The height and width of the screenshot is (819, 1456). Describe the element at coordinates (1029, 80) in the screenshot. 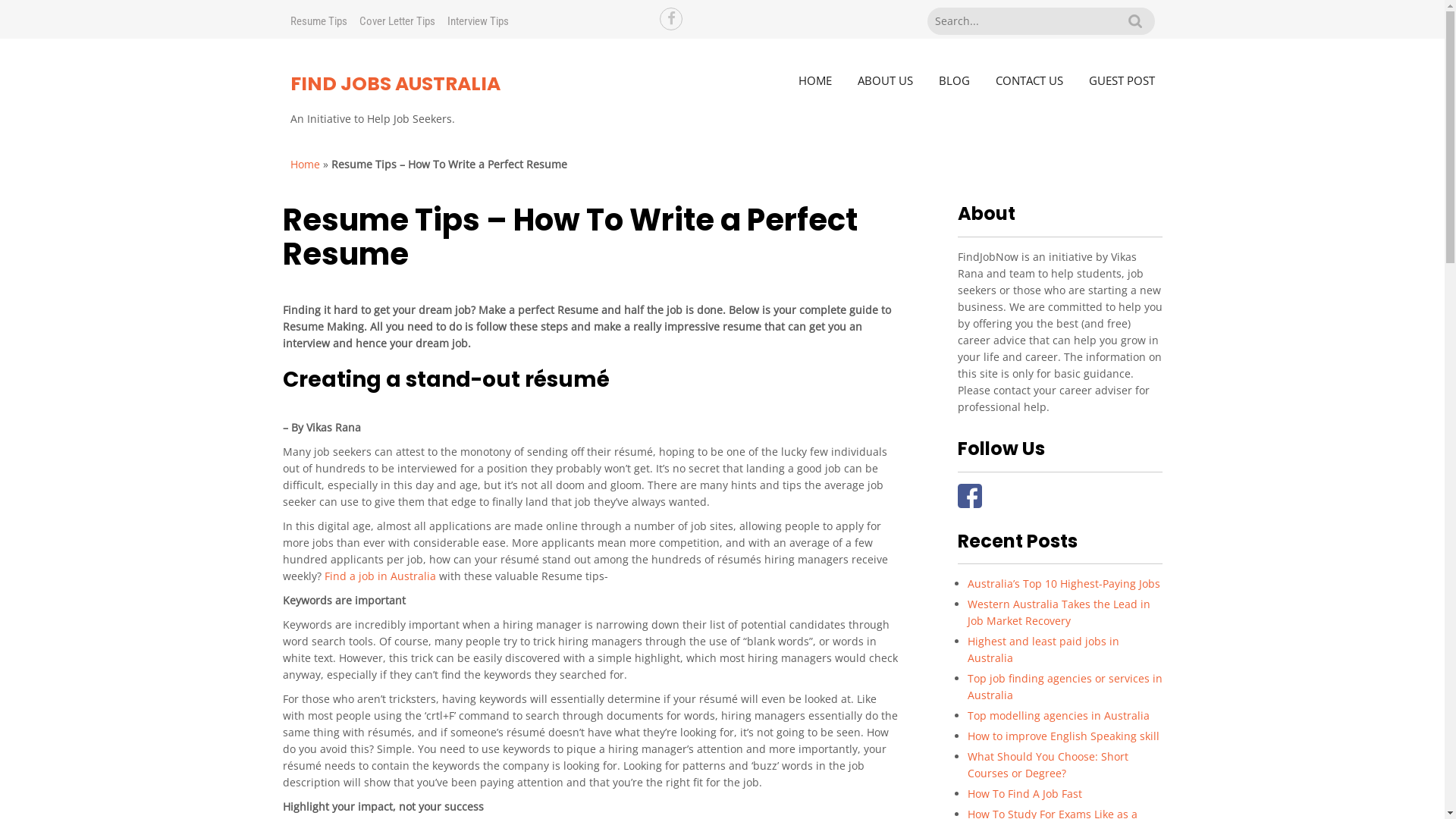

I see `'CONTACT US'` at that location.